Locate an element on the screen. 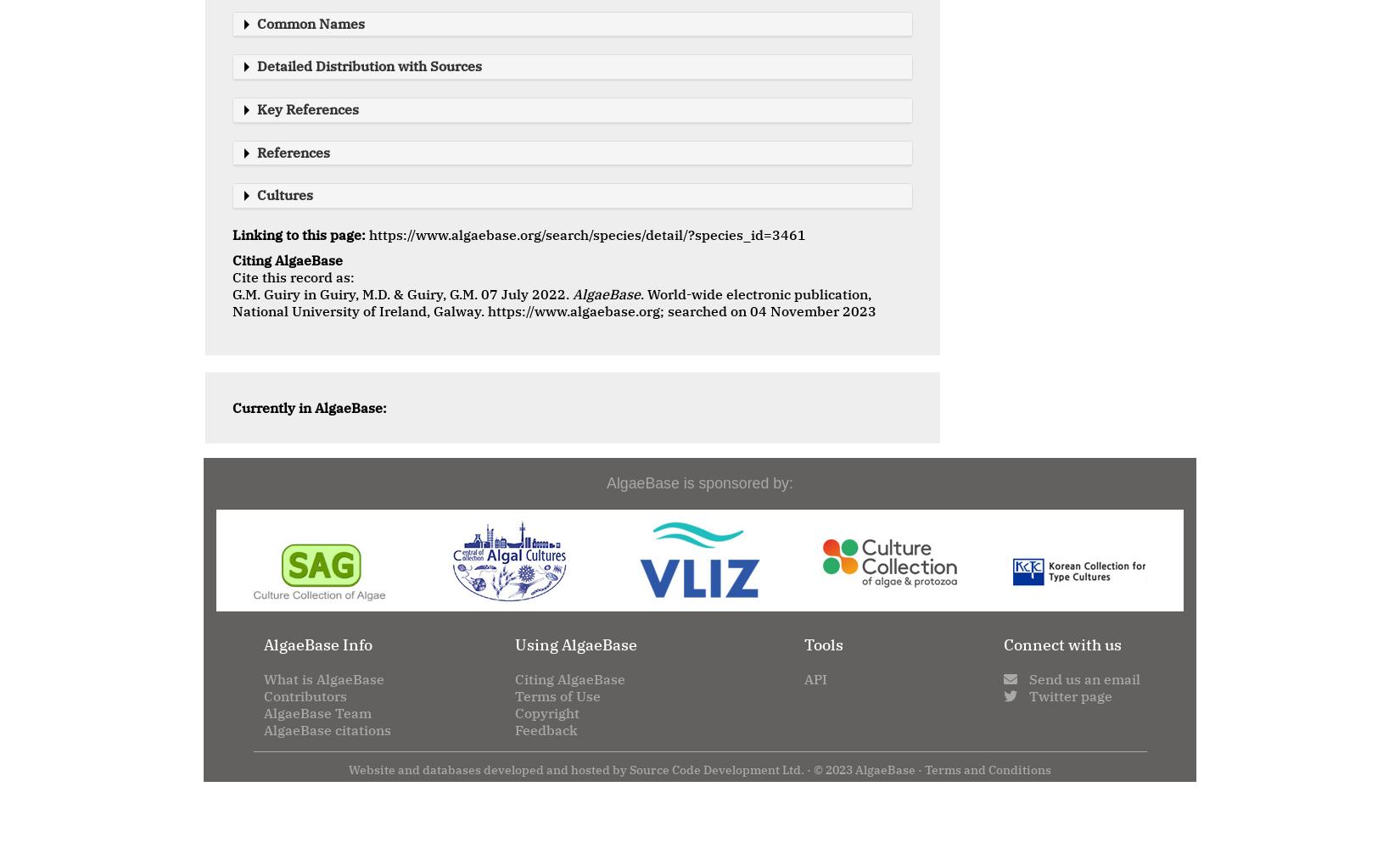  'What is AlgaeBase' is located at coordinates (264, 678).